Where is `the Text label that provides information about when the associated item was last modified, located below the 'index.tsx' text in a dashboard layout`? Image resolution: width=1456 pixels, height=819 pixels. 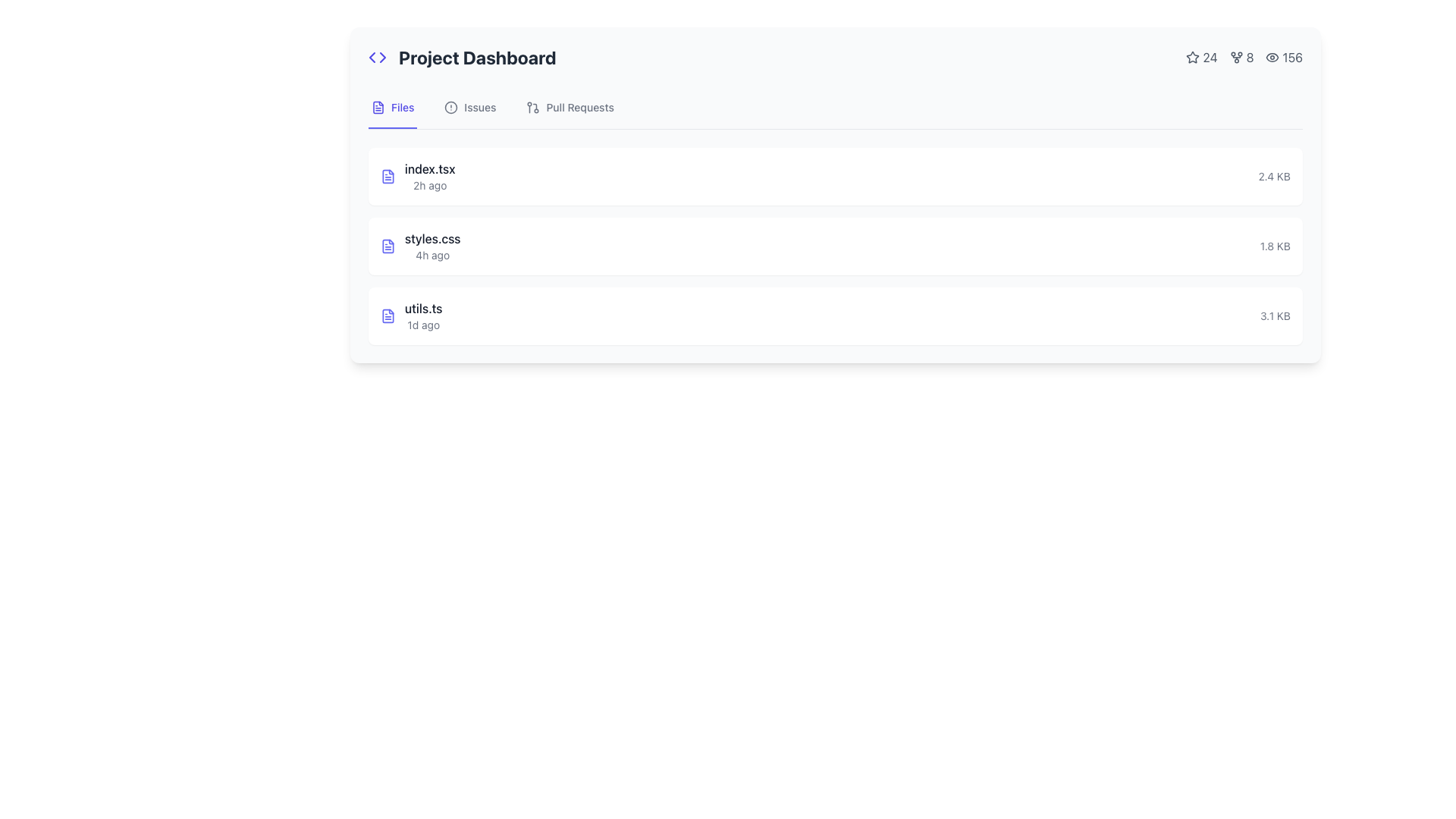
the Text label that provides information about when the associated item was last modified, located below the 'index.tsx' text in a dashboard layout is located at coordinates (429, 185).